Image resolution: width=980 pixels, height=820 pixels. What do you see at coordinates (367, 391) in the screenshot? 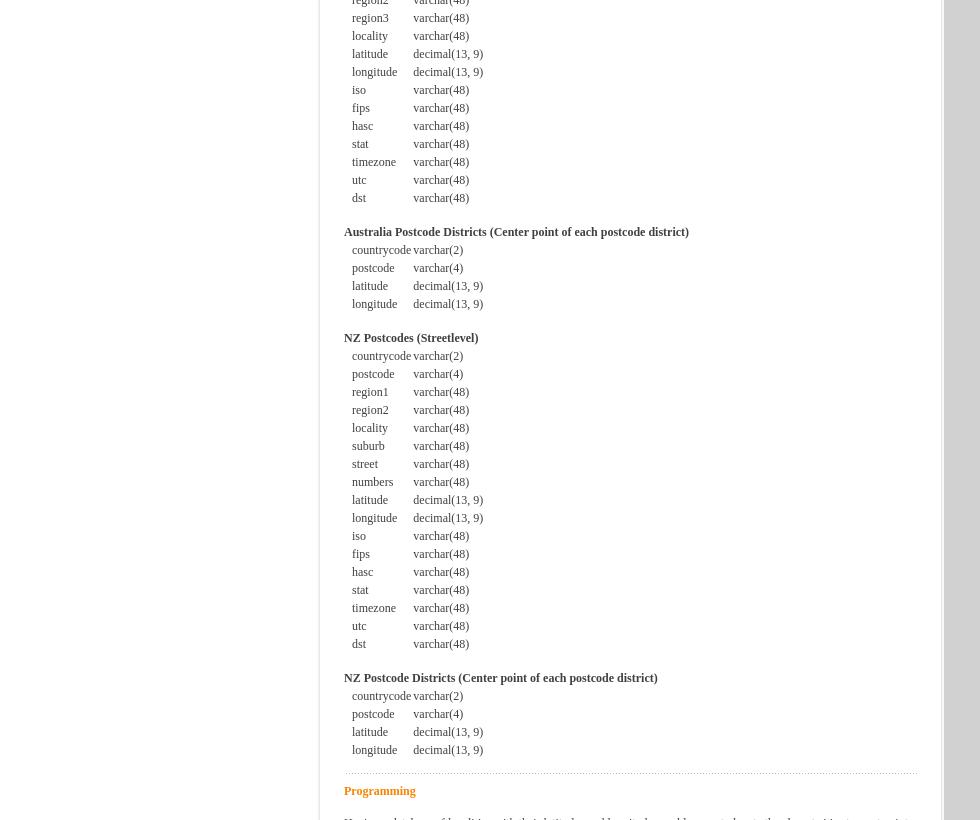
I see `'region1'` at bounding box center [367, 391].